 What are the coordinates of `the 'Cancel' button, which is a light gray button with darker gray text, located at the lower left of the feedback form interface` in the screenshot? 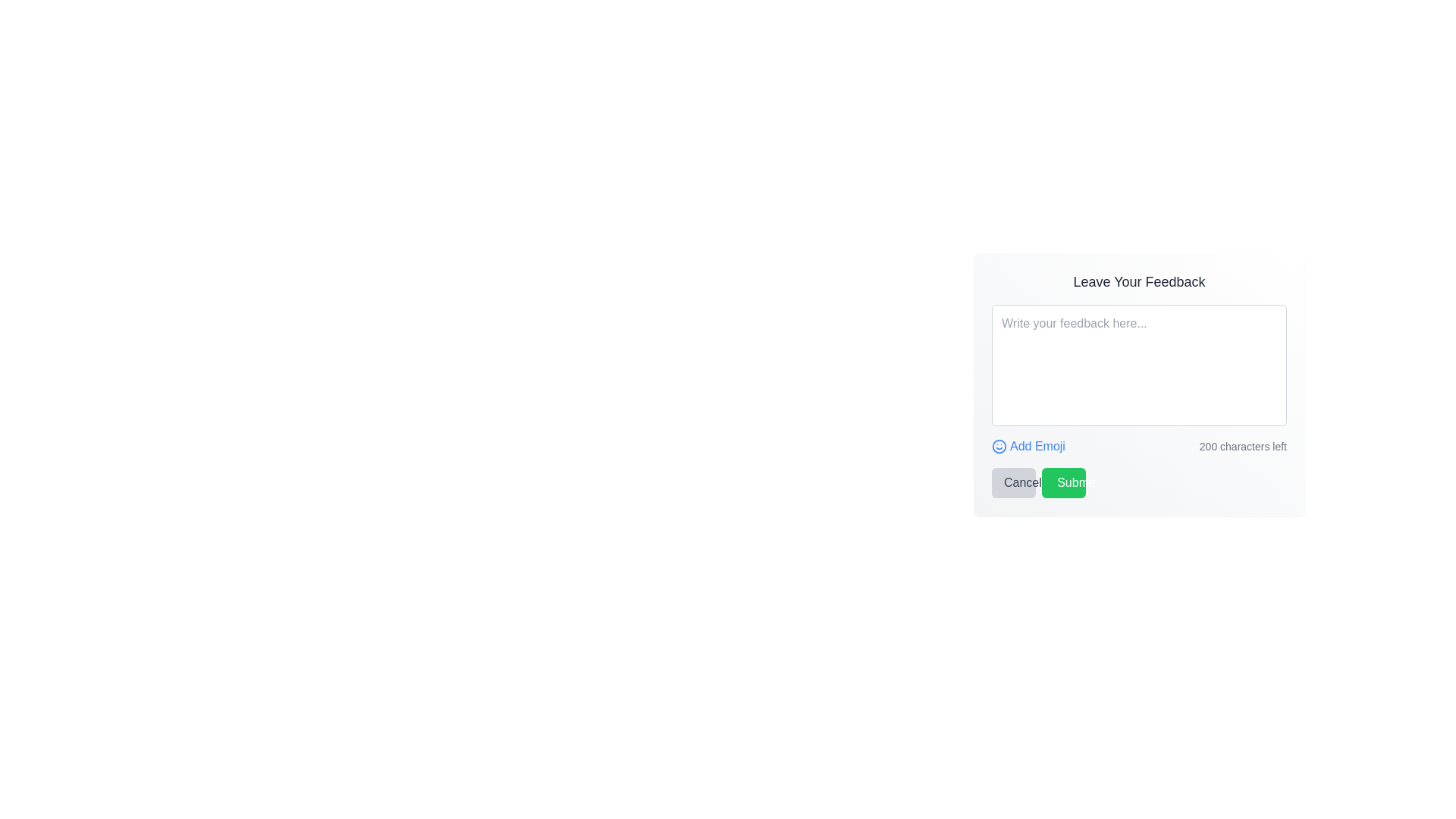 It's located at (1014, 482).